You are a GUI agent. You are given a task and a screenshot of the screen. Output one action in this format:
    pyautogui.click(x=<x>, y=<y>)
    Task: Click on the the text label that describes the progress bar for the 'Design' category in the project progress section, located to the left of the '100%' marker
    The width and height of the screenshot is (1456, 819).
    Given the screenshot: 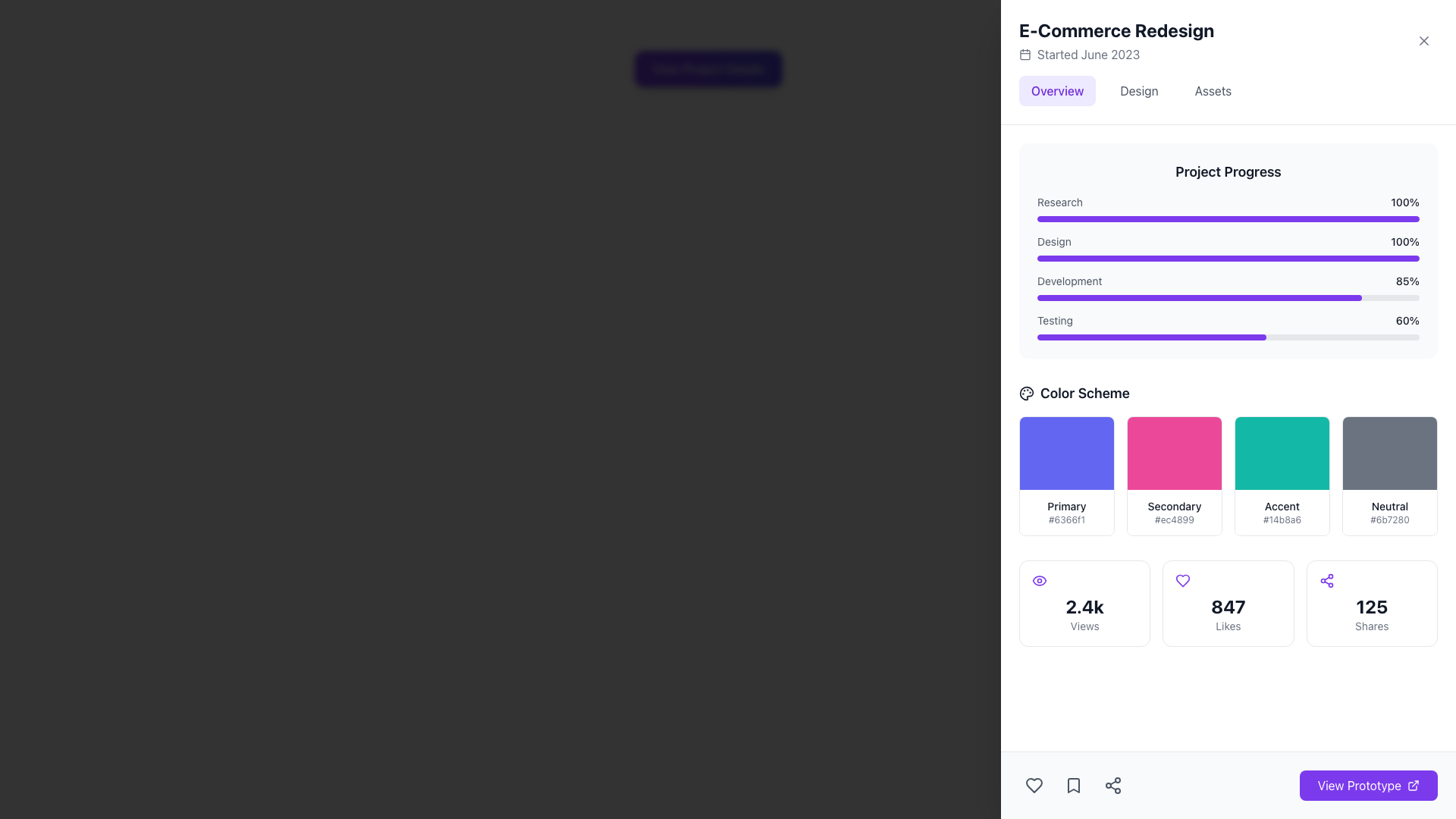 What is the action you would take?
    pyautogui.click(x=1053, y=241)
    